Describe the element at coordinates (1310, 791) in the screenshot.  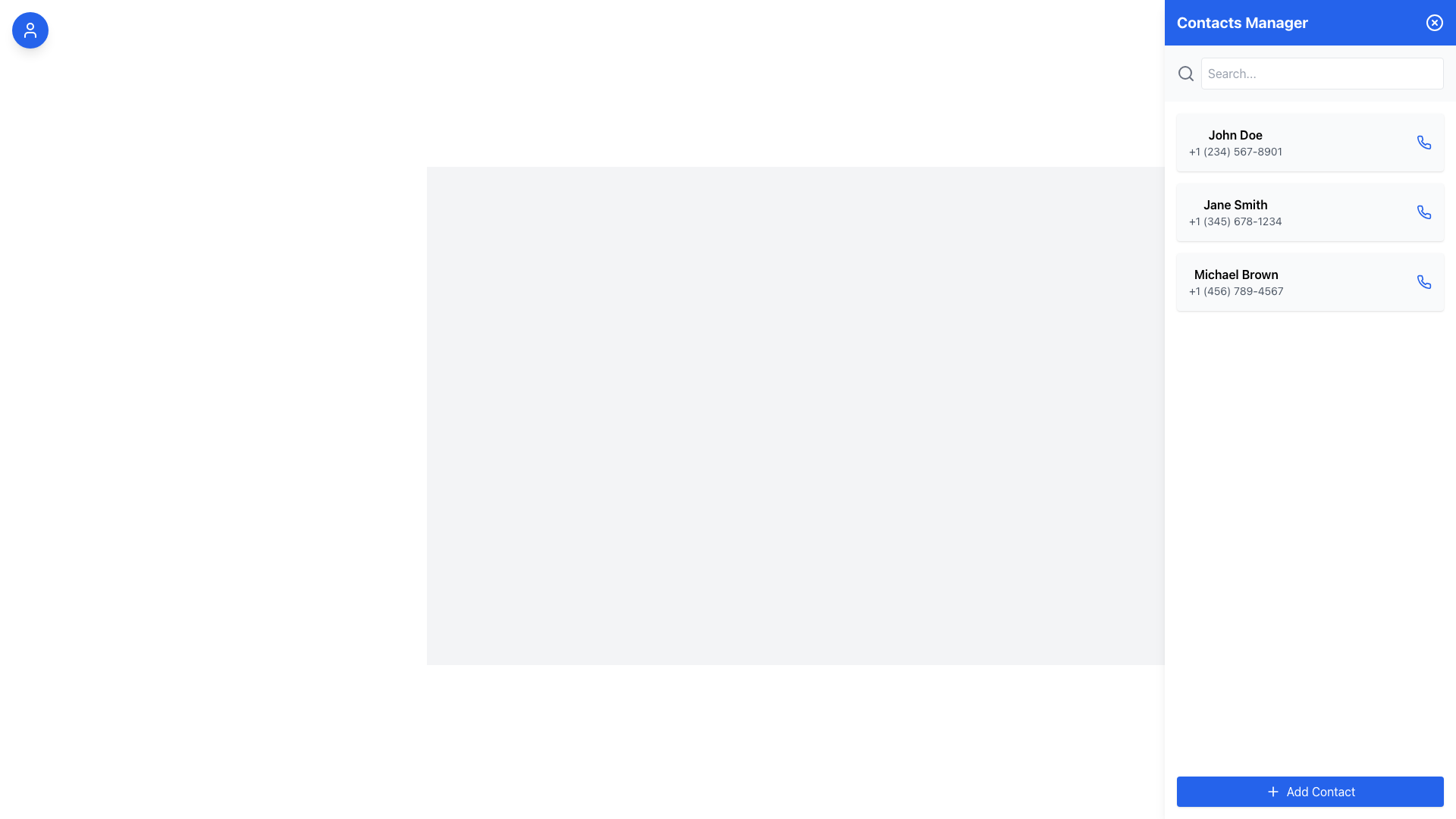
I see `the 'Add Contact' button located at the bottom-right corner of the interface` at that location.